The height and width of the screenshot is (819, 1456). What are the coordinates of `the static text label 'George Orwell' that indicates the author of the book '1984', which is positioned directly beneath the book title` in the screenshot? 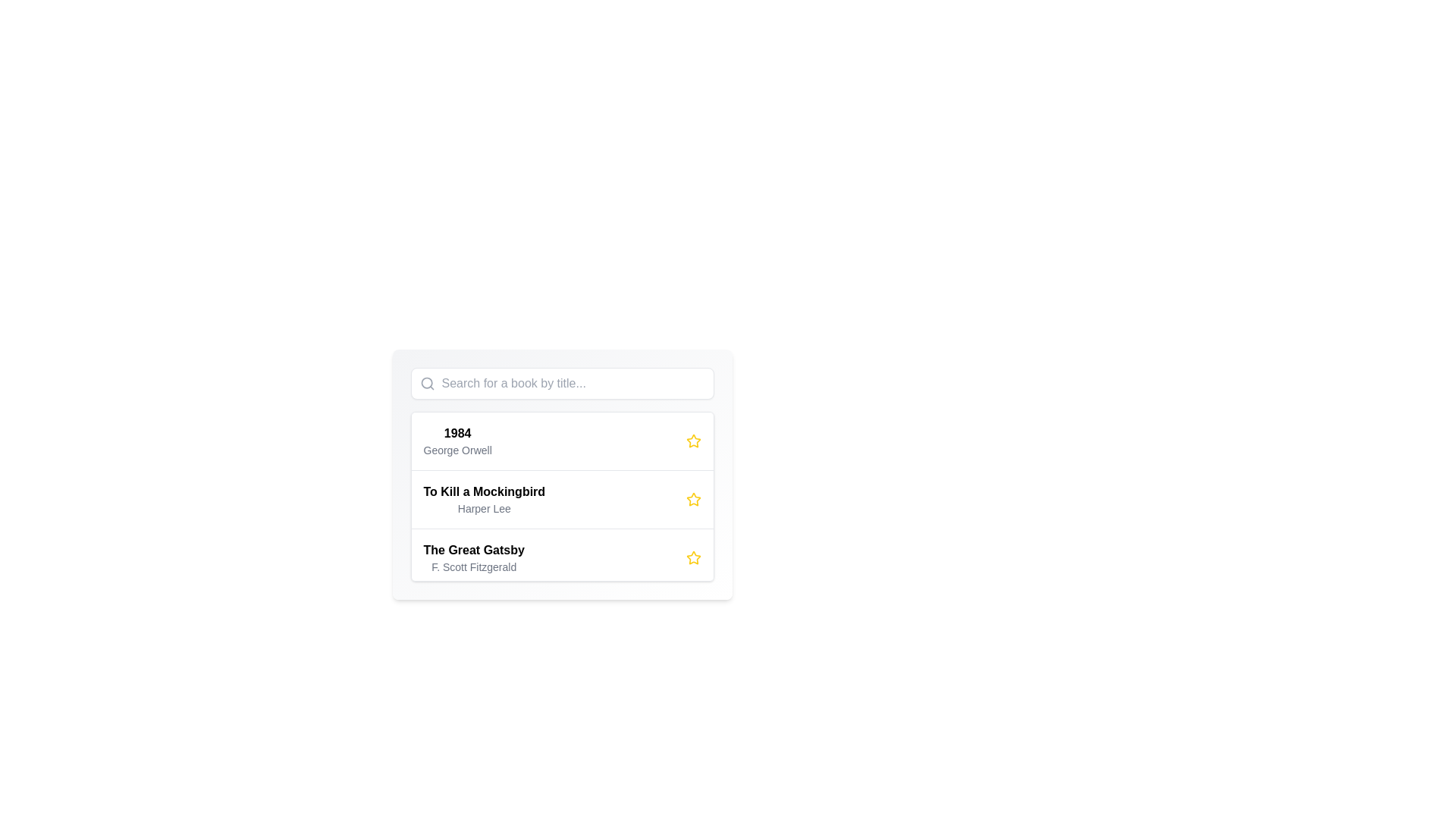 It's located at (457, 450).